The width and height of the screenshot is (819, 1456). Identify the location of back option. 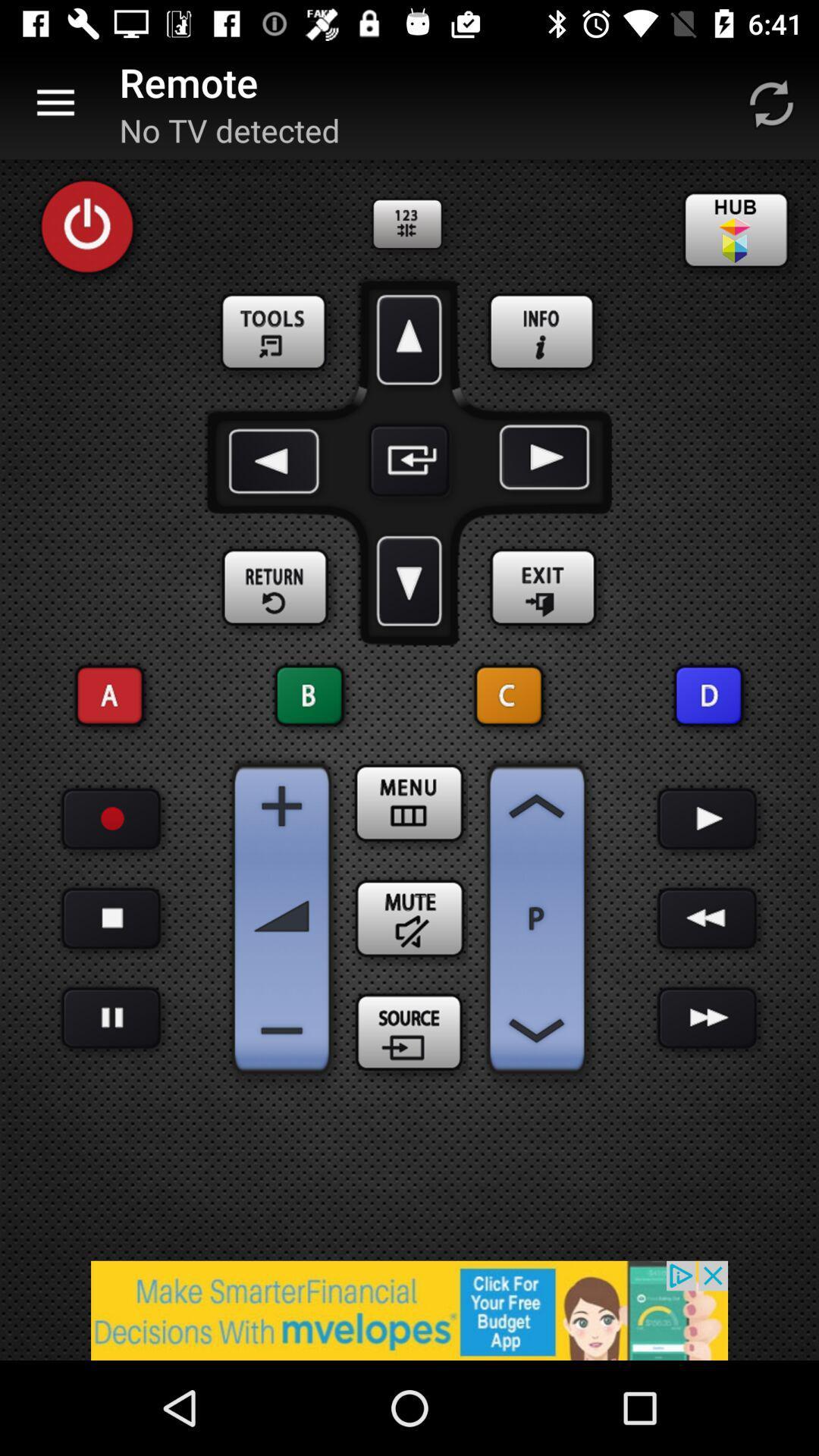
(536, 1031).